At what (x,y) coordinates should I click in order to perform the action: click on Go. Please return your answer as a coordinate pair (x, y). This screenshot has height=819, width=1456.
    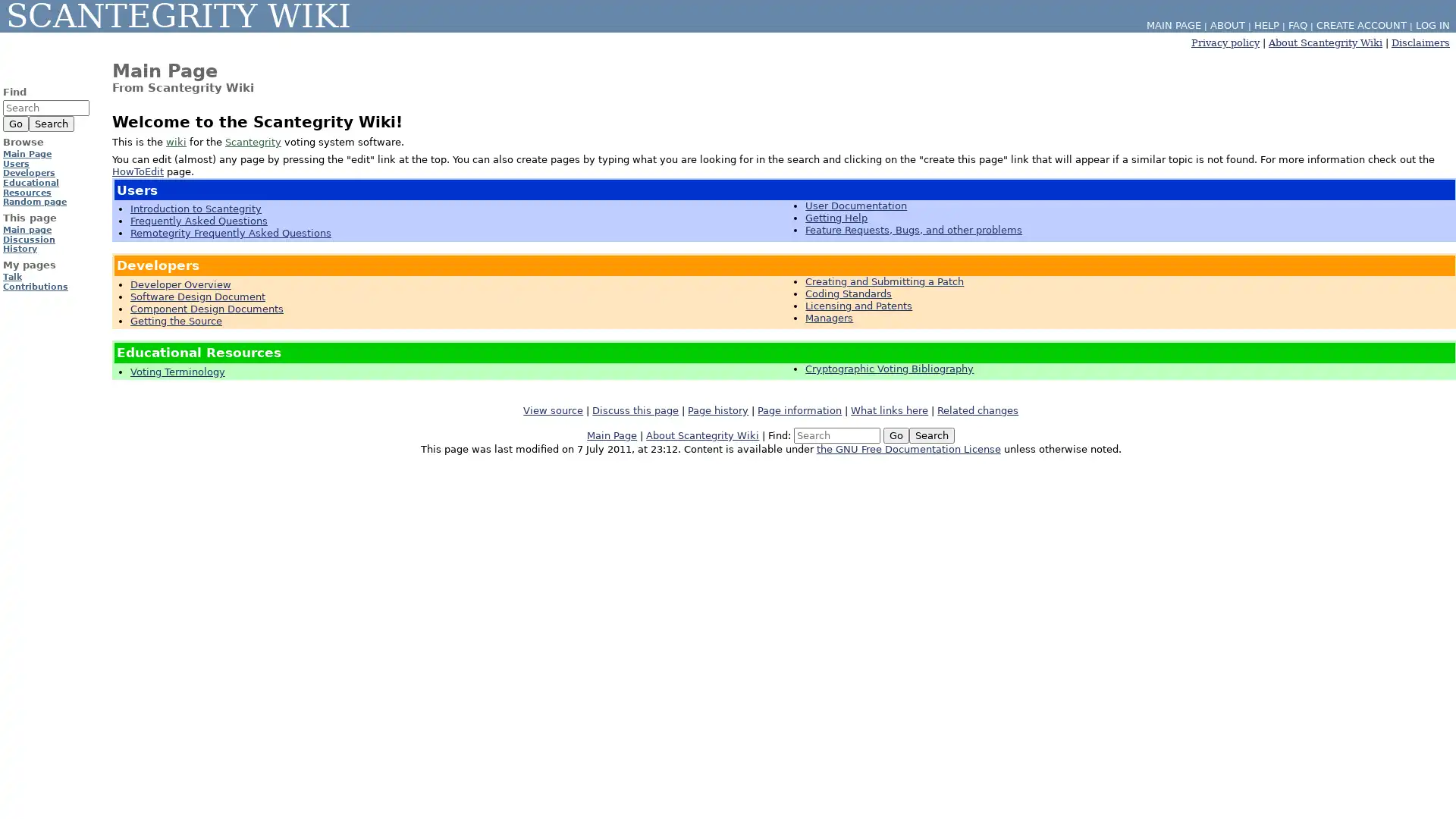
    Looking at the image, I should click on (15, 123).